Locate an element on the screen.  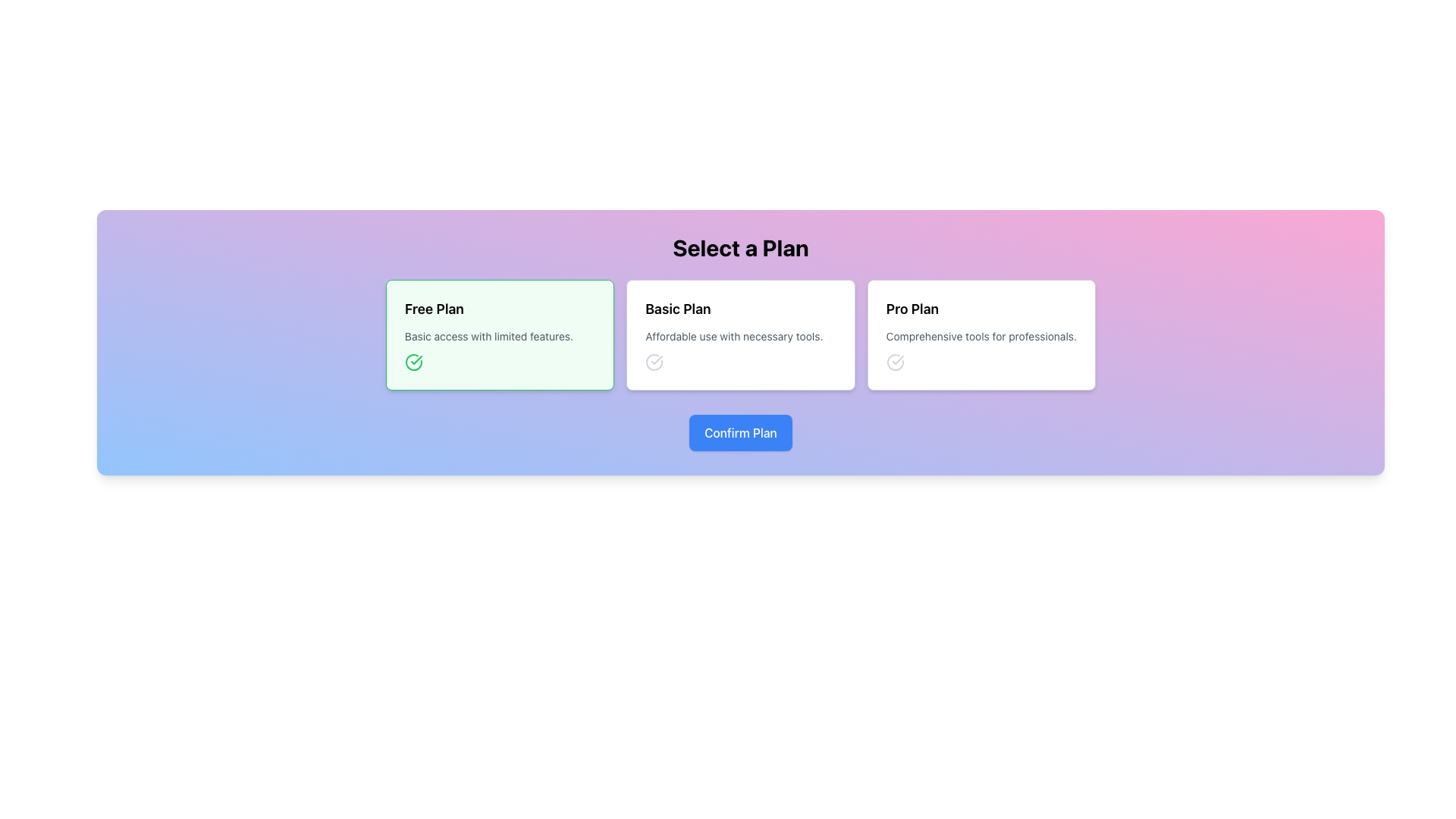
the 'Basic Plan' text label, which is styled with a larger, bold font and positioned at the top of the card describing the plan option is located at coordinates (677, 309).